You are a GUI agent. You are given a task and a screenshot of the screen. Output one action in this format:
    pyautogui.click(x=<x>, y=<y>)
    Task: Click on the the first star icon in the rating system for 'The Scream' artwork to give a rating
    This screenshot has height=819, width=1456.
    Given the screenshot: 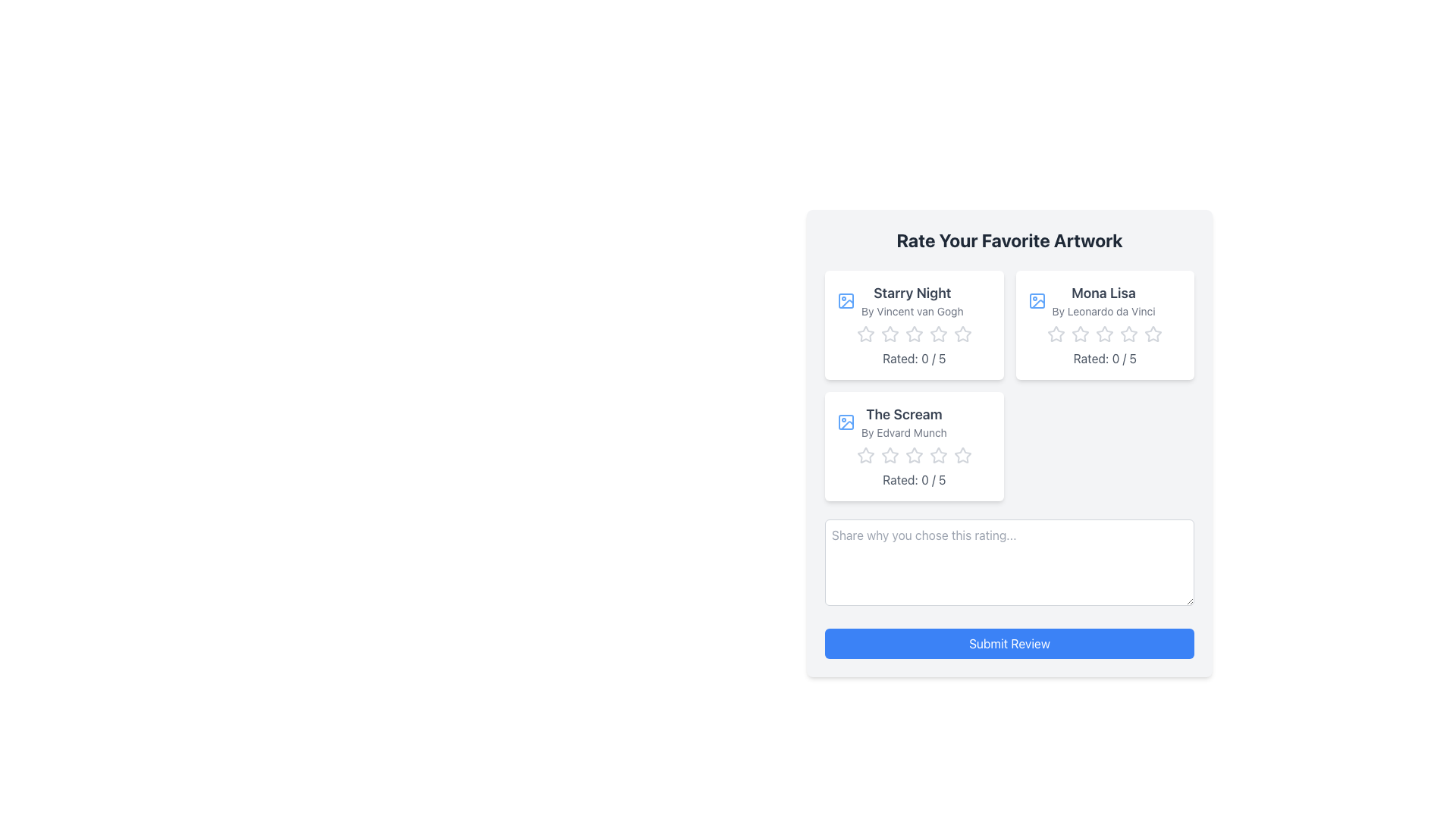 What is the action you would take?
    pyautogui.click(x=890, y=454)
    